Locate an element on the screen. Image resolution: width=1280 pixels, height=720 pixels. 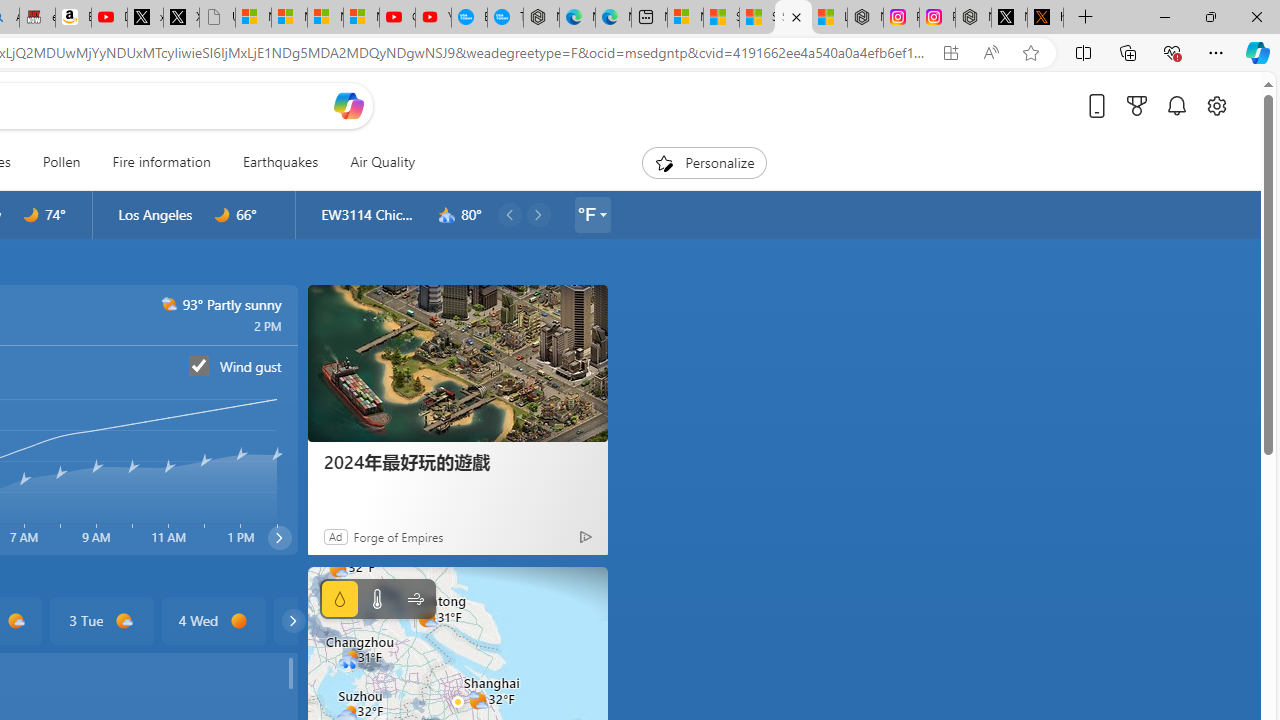
'n3200' is located at coordinates (446, 215).